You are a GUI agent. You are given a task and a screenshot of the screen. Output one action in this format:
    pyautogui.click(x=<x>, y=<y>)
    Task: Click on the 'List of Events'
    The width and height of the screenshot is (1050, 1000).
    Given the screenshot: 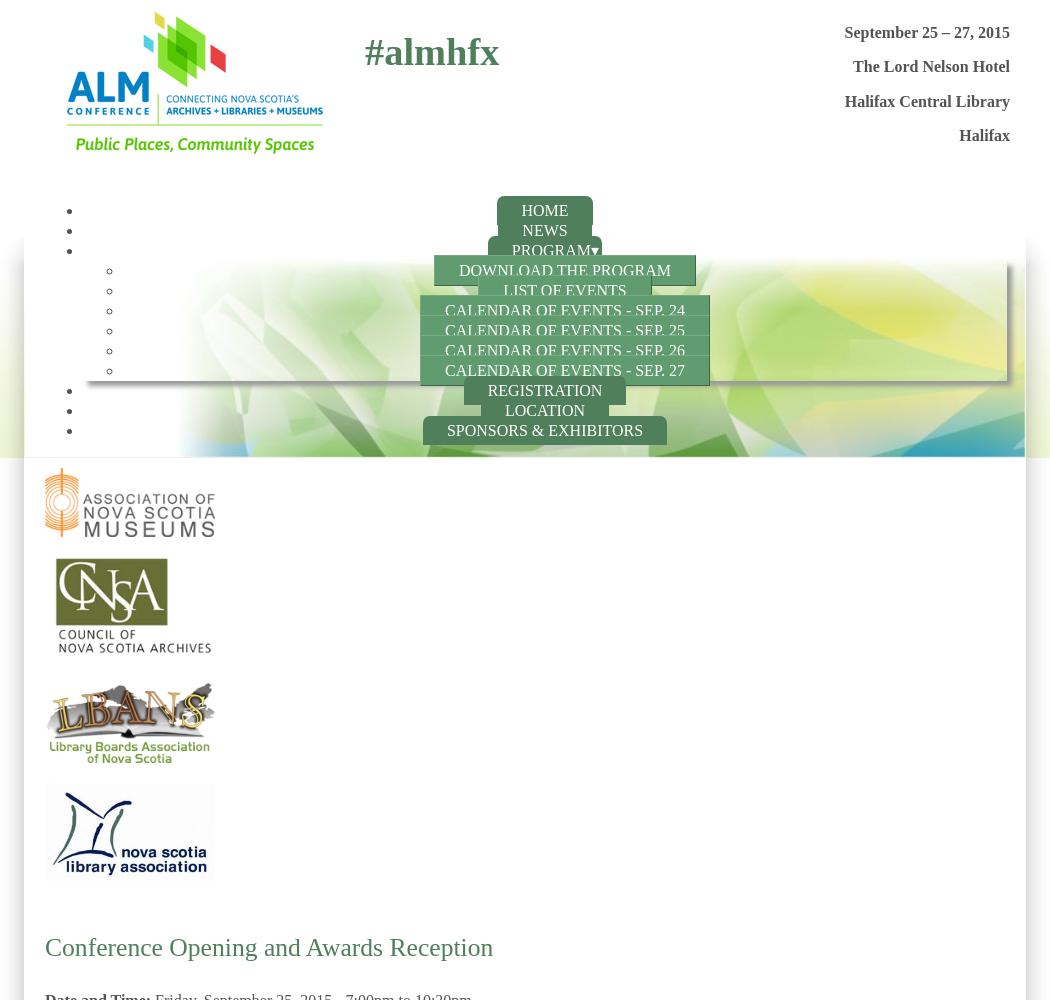 What is the action you would take?
    pyautogui.click(x=563, y=290)
    